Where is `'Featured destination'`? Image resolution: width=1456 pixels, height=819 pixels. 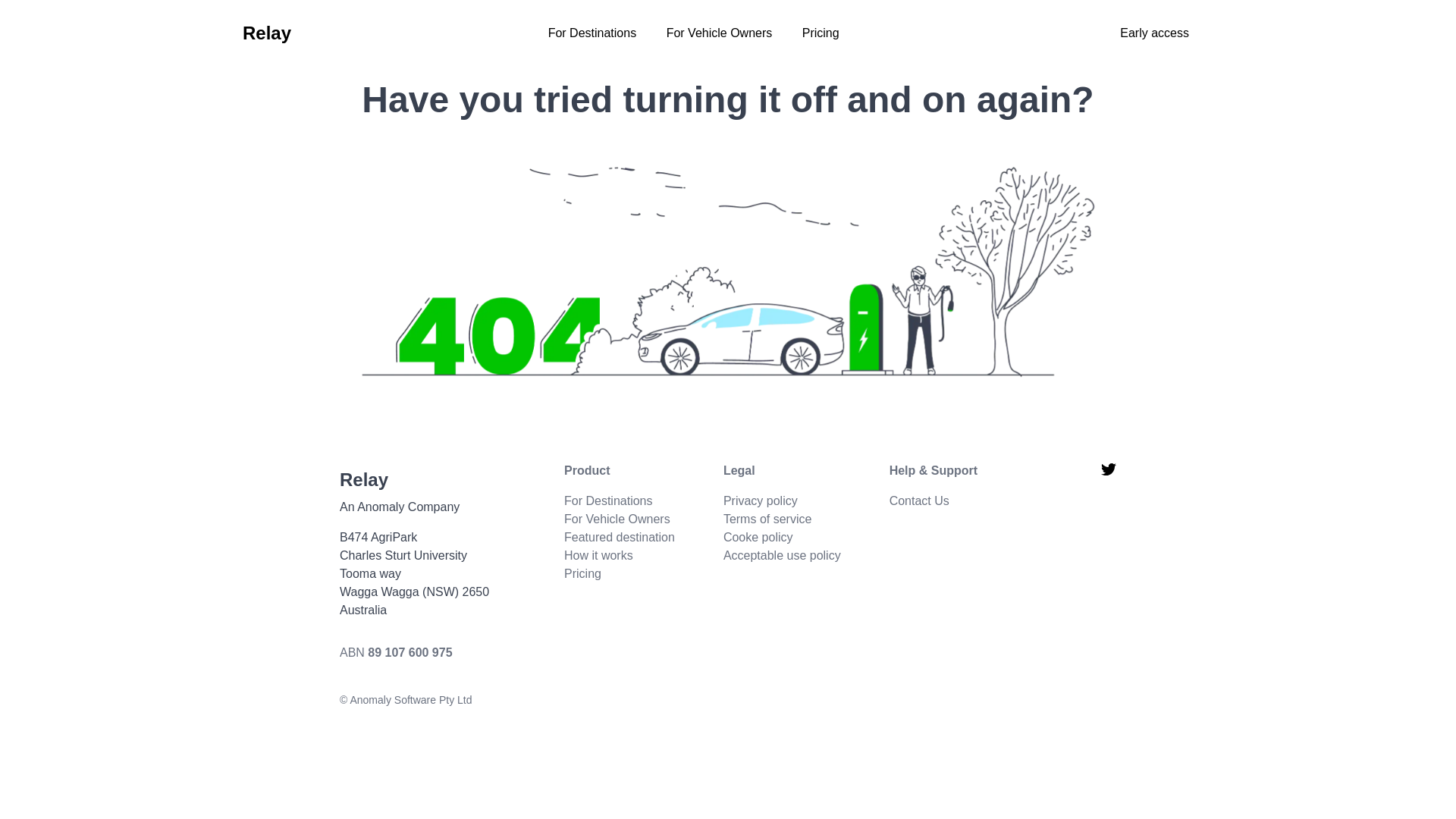
'Featured destination' is located at coordinates (619, 536).